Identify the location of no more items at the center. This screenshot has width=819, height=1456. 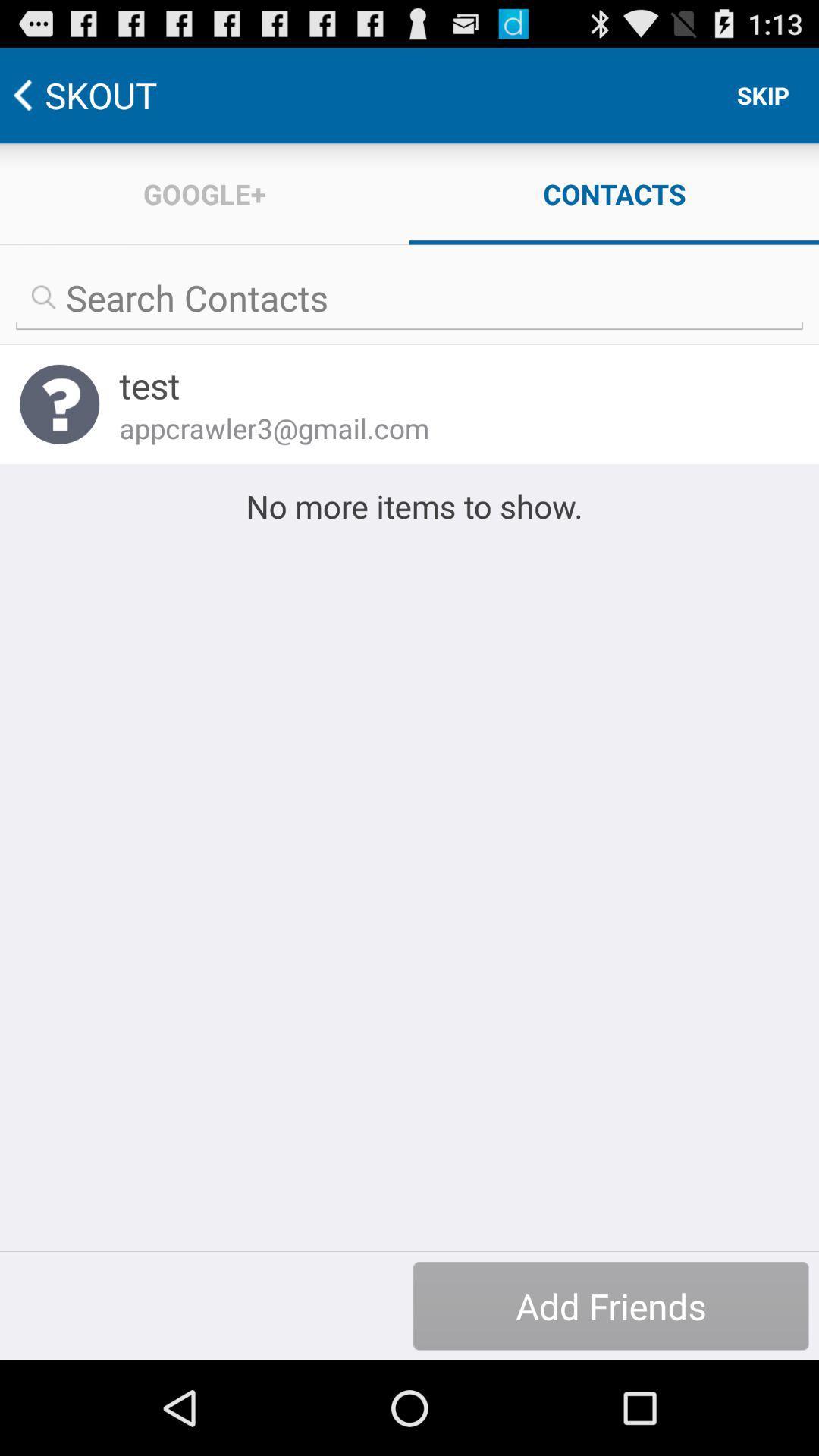
(409, 506).